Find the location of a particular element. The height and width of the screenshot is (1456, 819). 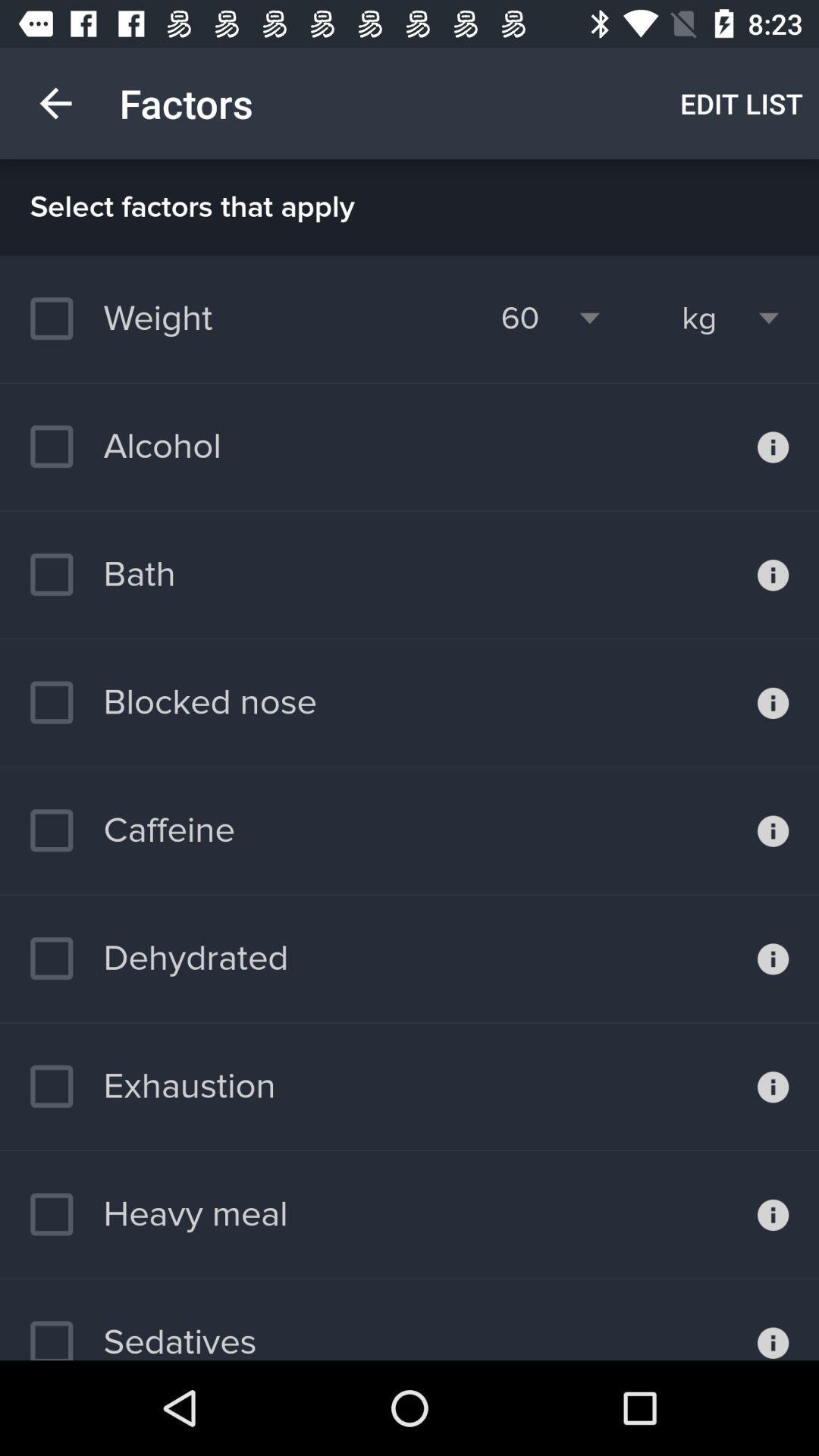

show more information is located at coordinates (773, 446).